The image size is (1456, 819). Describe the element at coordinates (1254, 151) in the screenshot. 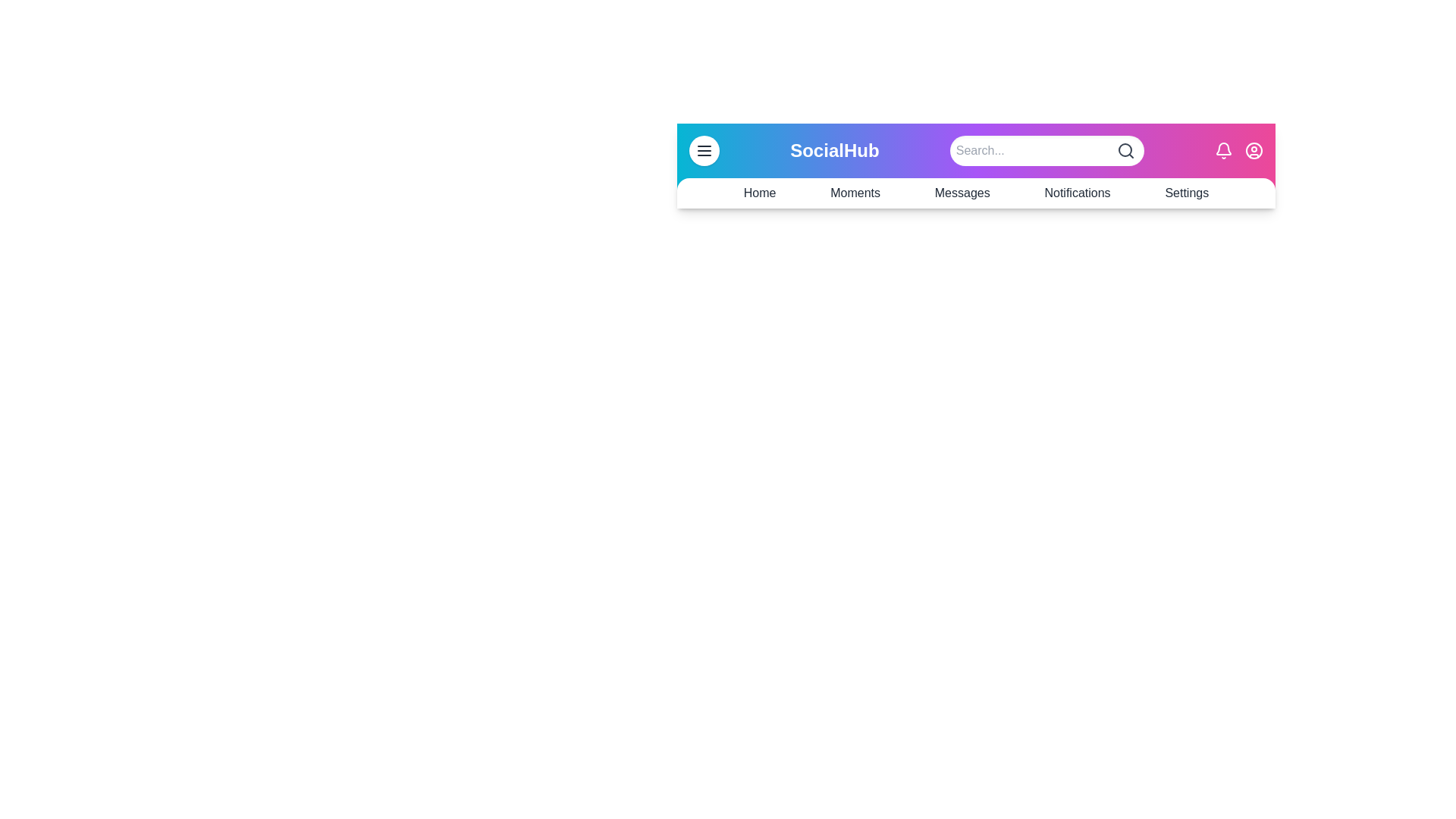

I see `the user profile icon located at the top-right corner of the app bar` at that location.